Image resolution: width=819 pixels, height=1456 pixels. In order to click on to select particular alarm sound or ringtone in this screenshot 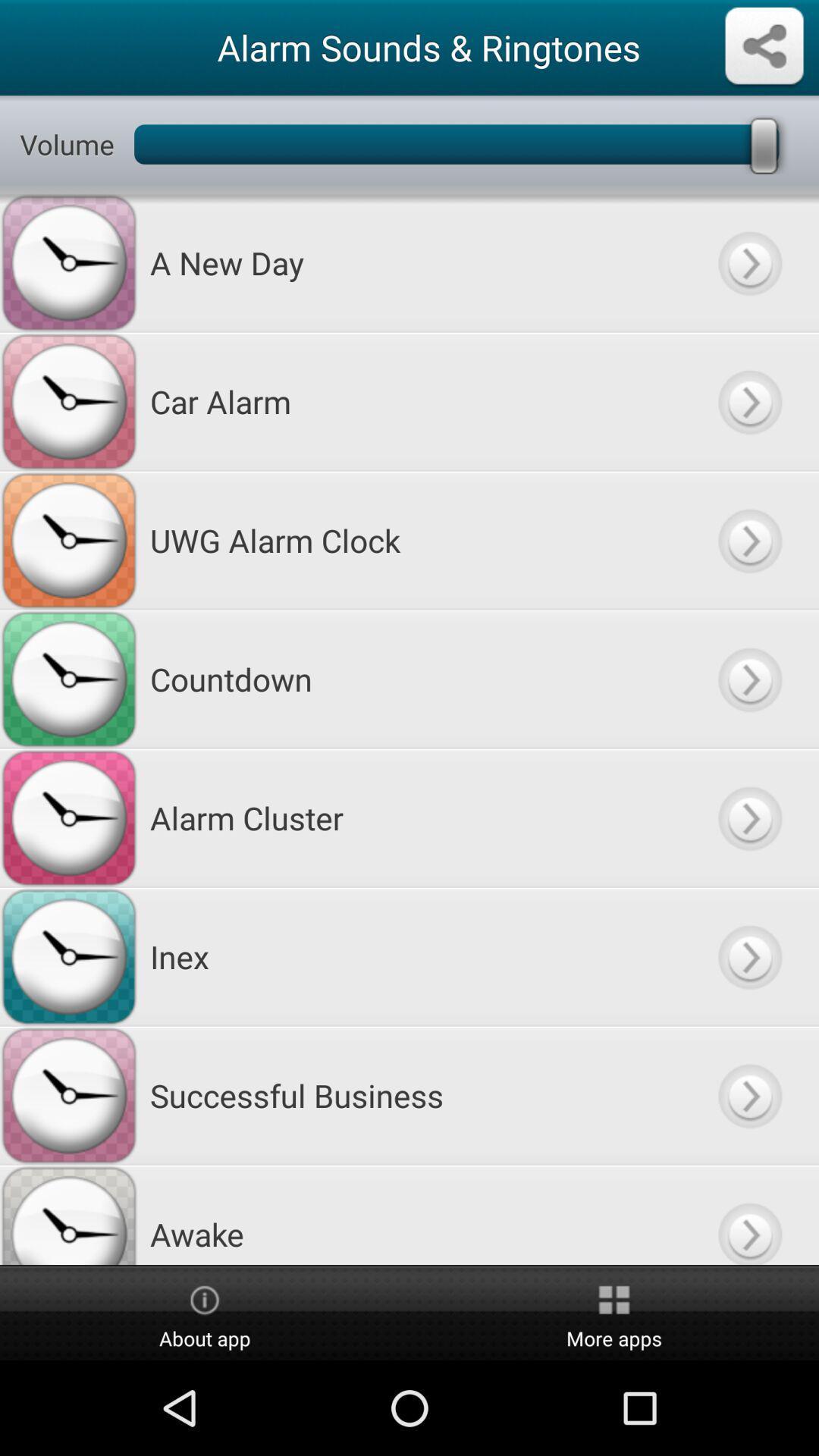, I will do `click(748, 678)`.